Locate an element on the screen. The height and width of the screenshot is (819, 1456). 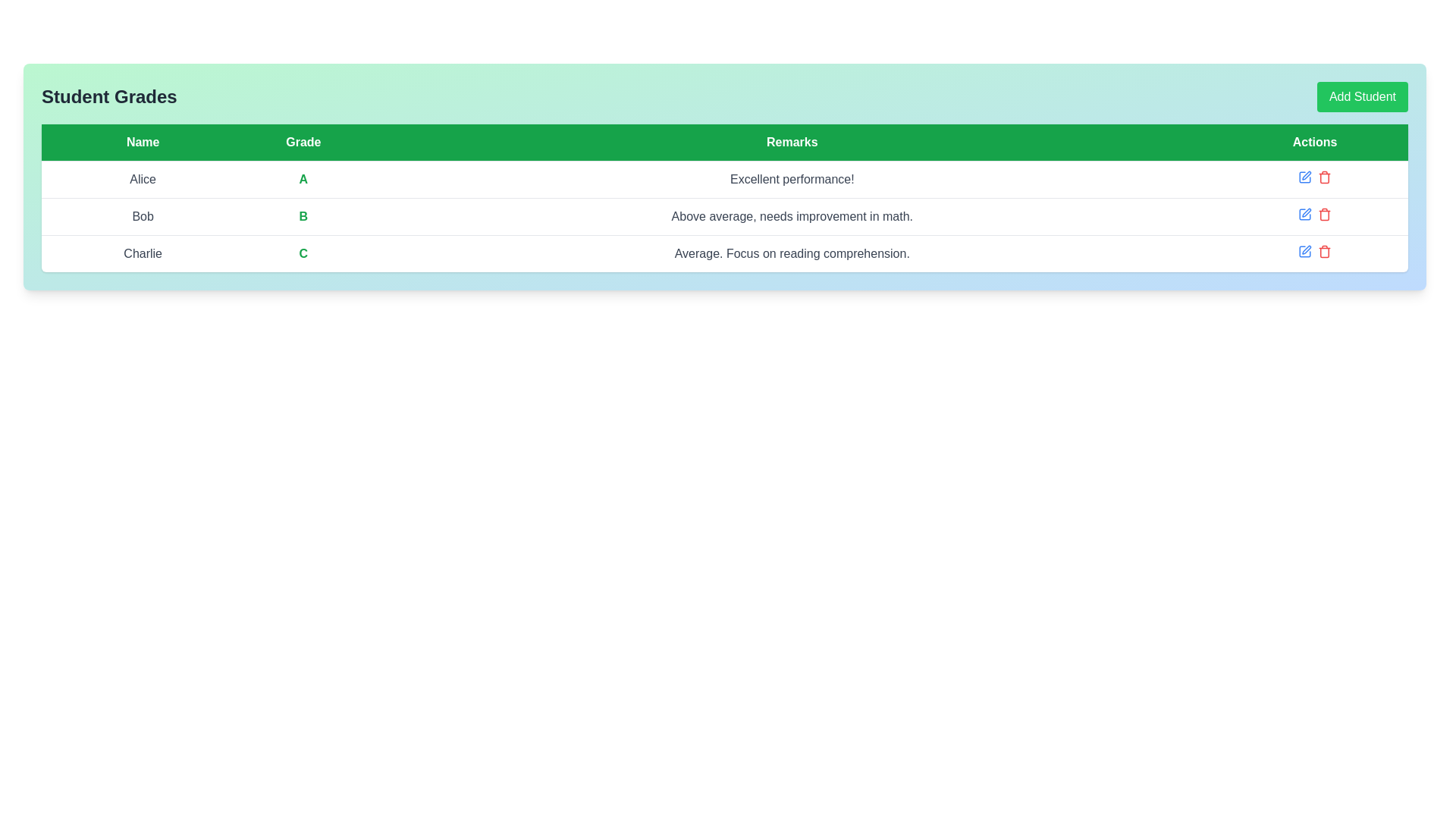
the edit icon button located in the 'Actions' column of the second row associated with Bob to initiate an edit action is located at coordinates (1304, 214).